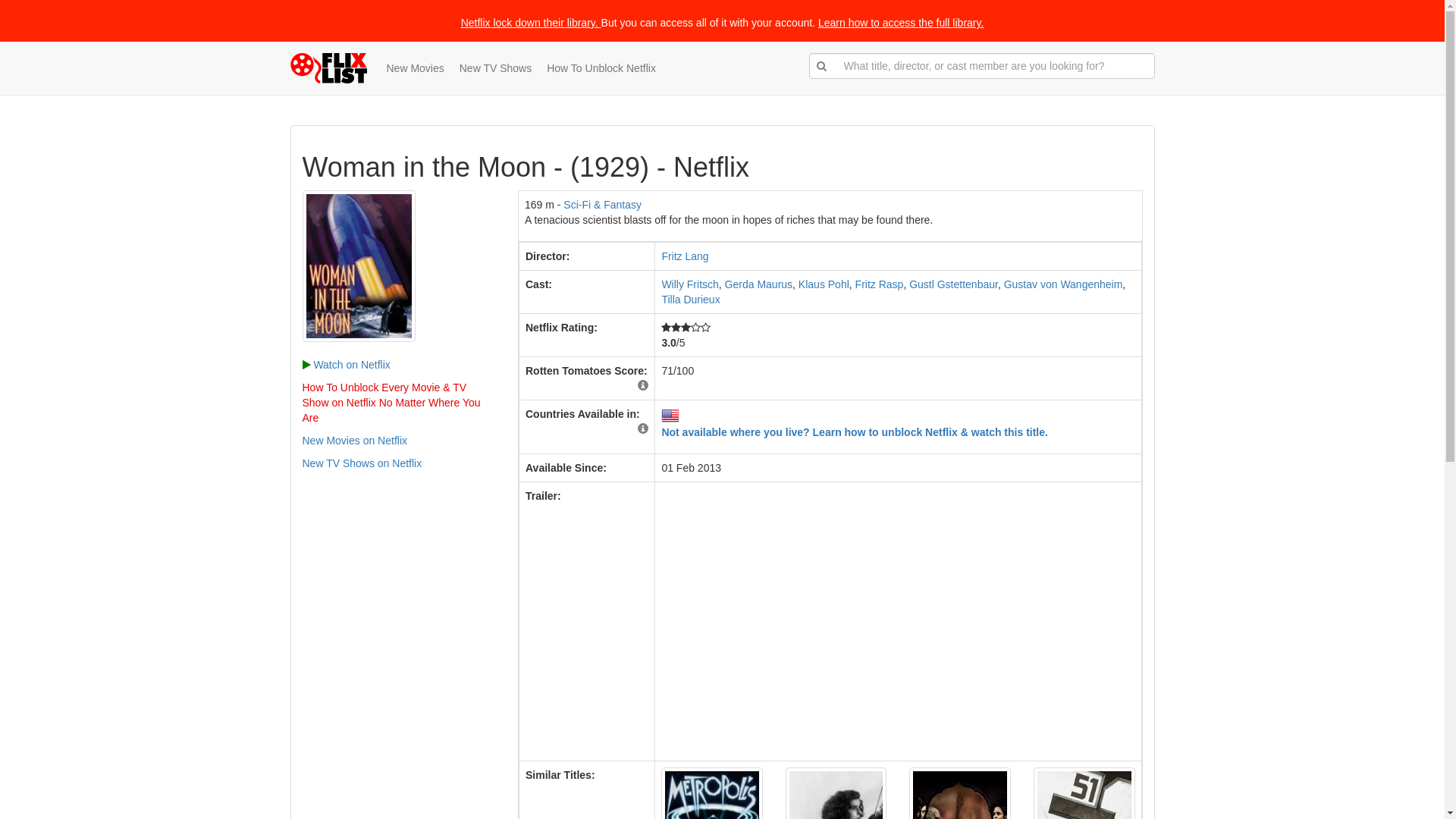 This screenshot has width=1456, height=819. What do you see at coordinates (360, 462) in the screenshot?
I see `'New TV Shows on Netflix'` at bounding box center [360, 462].